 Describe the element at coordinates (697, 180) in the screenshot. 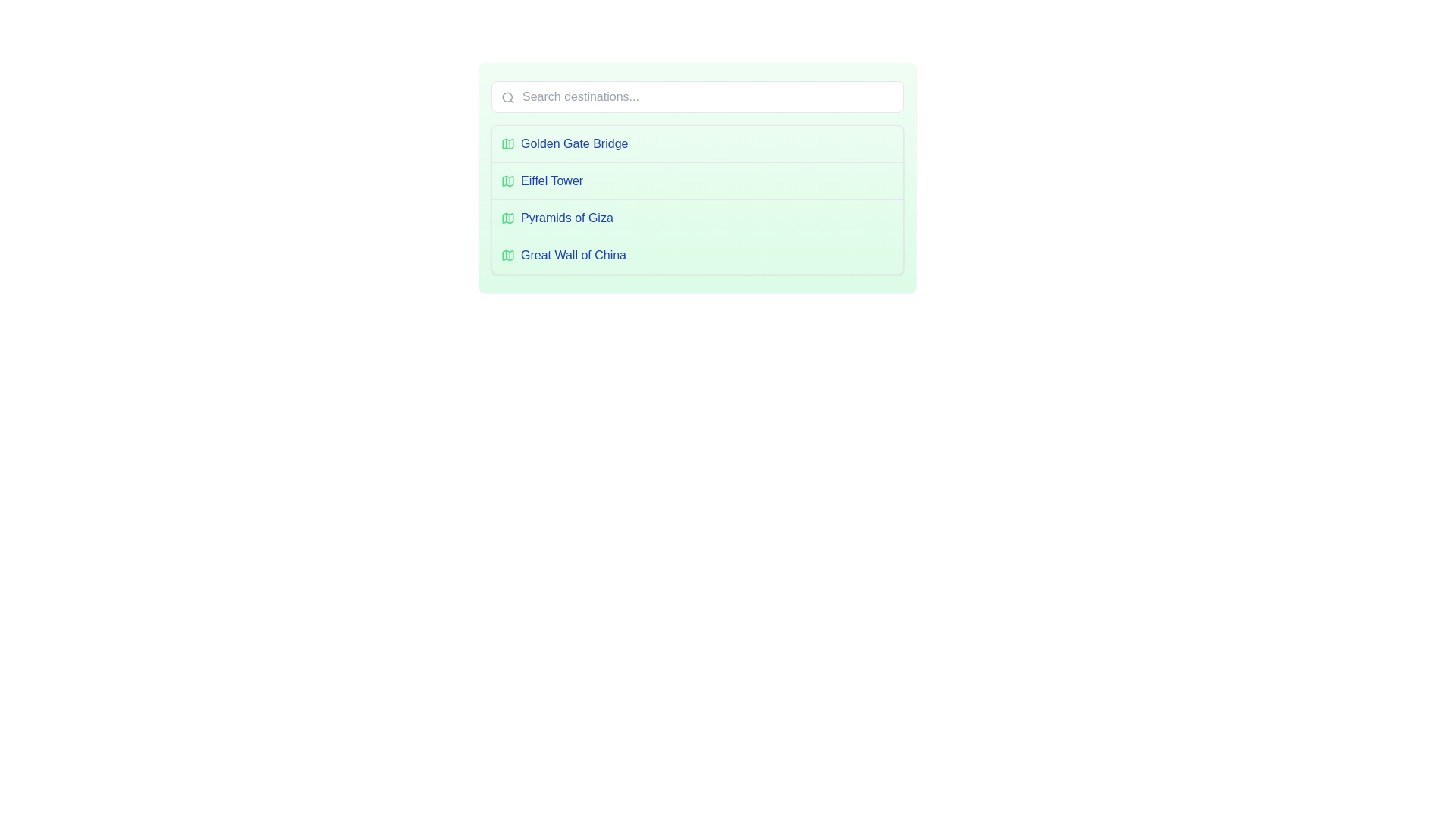

I see `the list item titled 'Eiffel Tower'` at that location.